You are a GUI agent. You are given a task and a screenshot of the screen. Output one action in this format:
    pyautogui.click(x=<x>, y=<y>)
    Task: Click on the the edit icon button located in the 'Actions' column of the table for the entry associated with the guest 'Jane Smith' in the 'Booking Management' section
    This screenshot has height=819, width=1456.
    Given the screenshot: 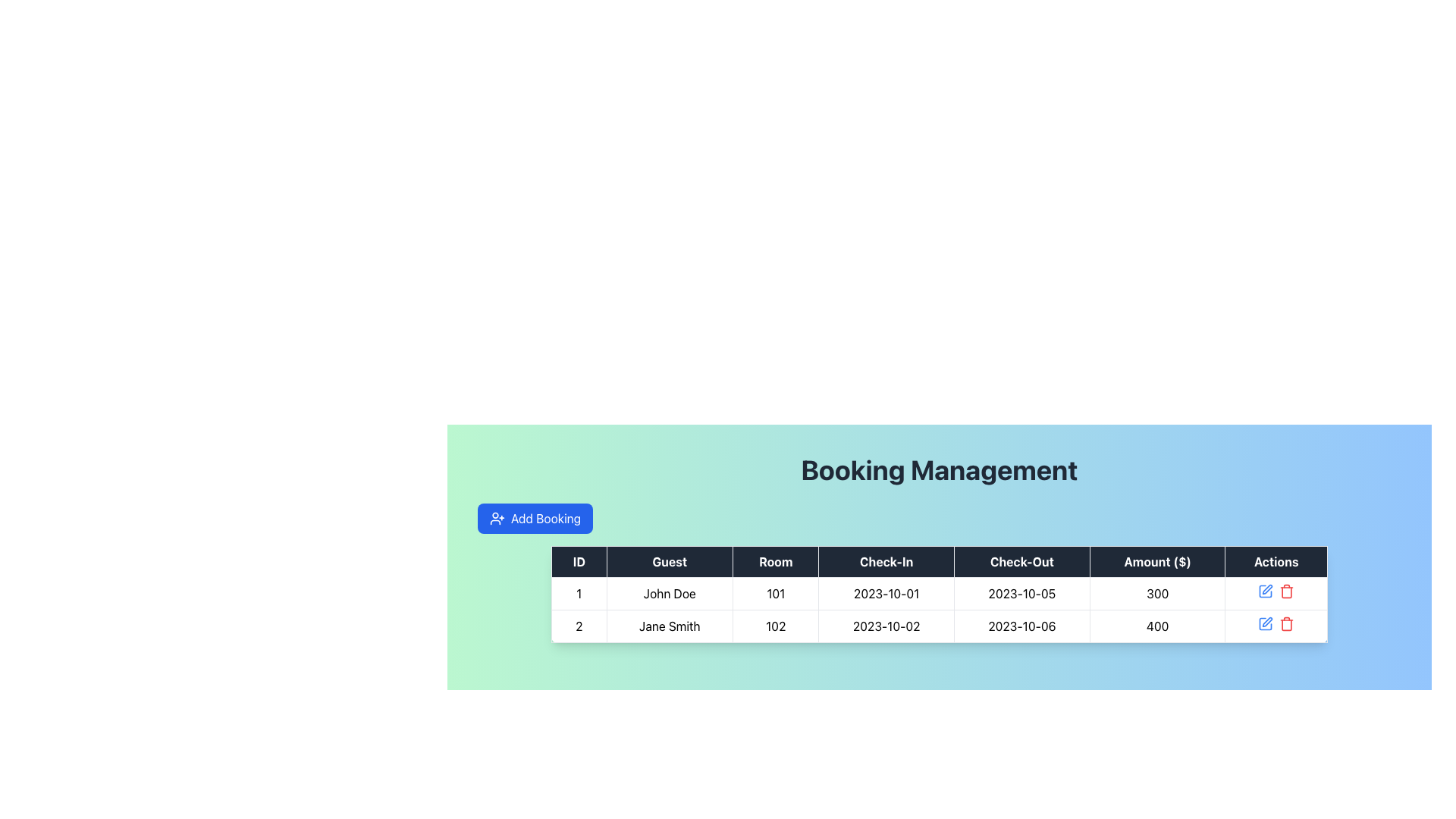 What is the action you would take?
    pyautogui.click(x=1266, y=623)
    